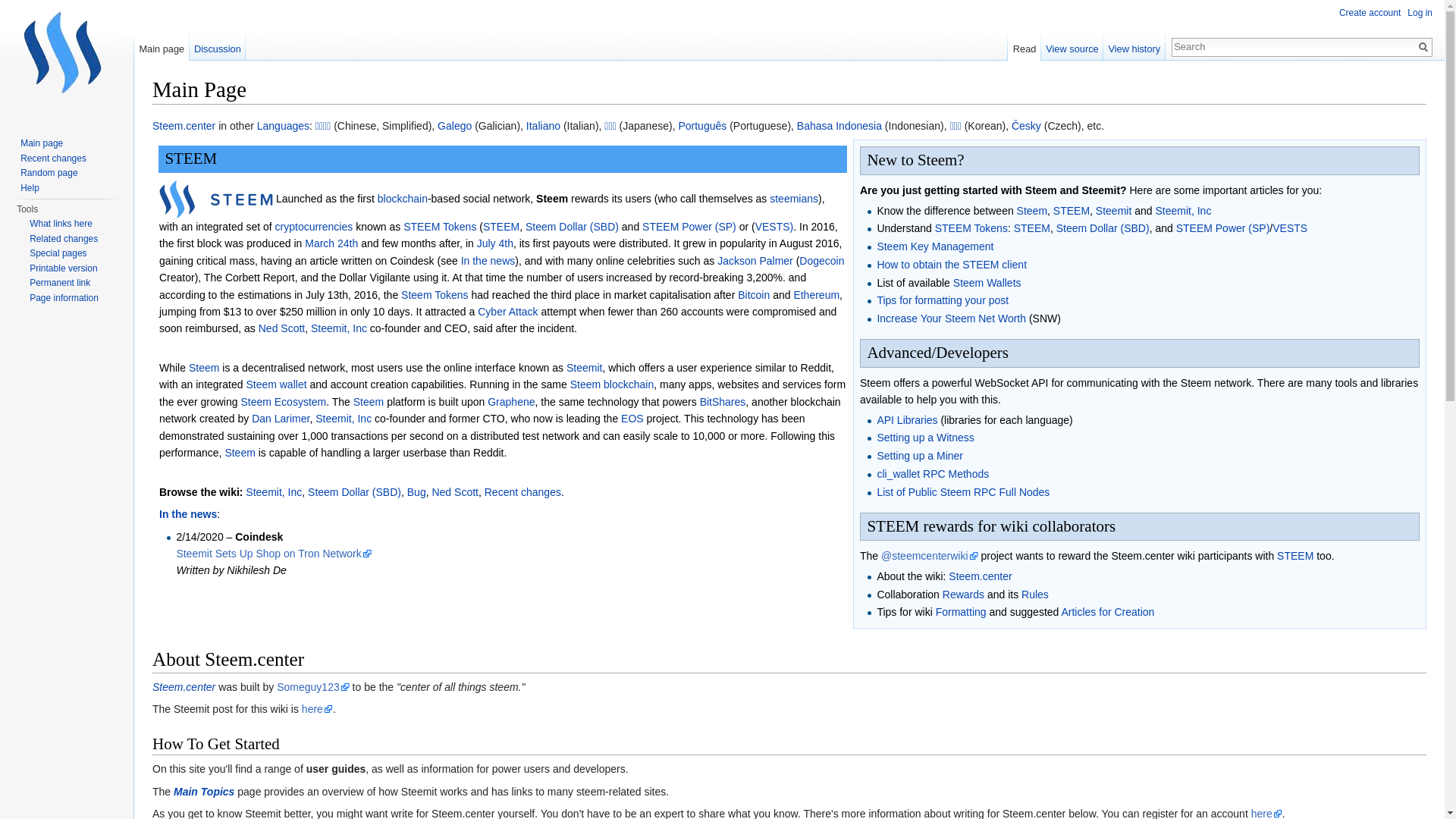 The image size is (1456, 819). What do you see at coordinates (309, 327) in the screenshot?
I see `'Steemit, Inc'` at bounding box center [309, 327].